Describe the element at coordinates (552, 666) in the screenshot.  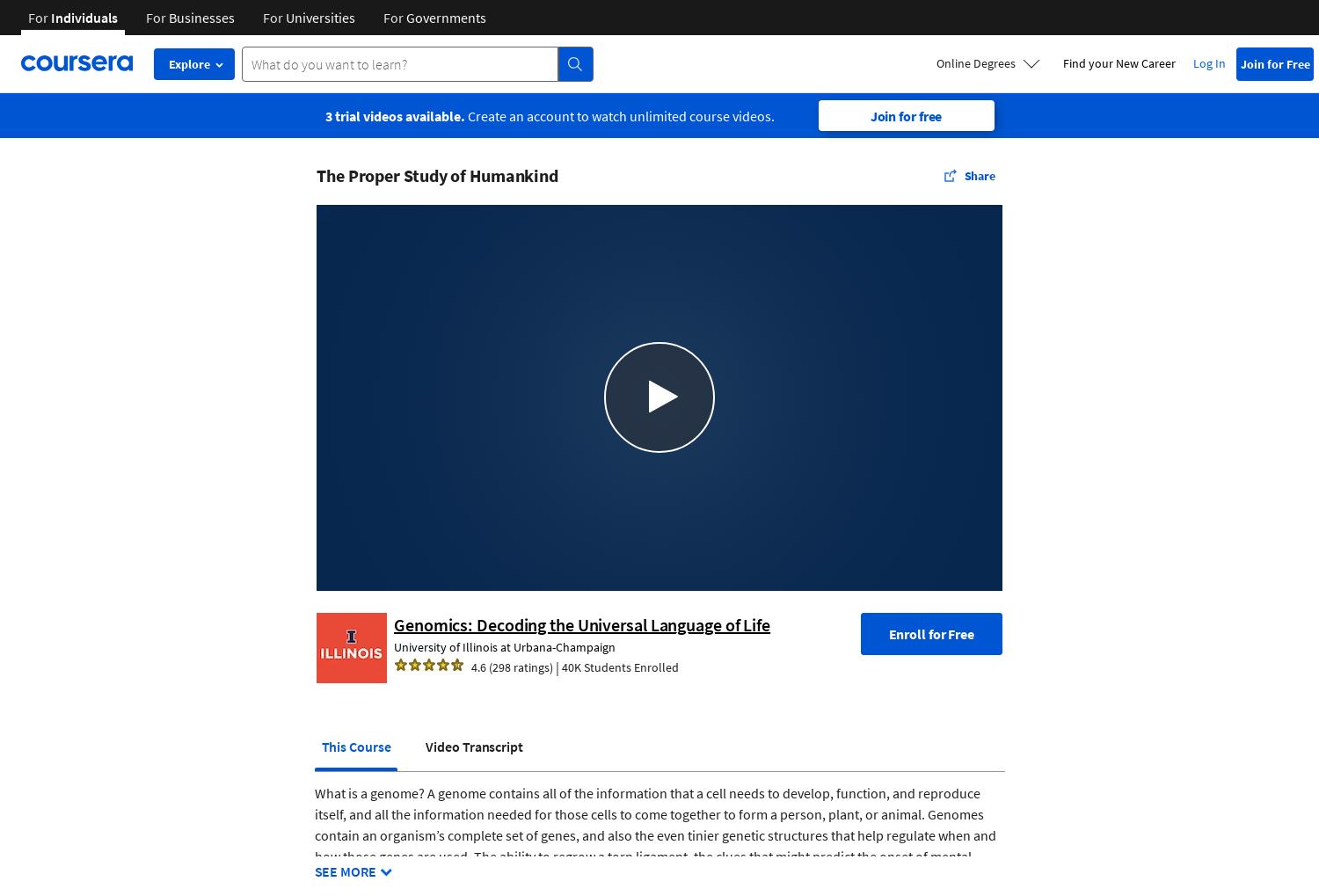
I see `'|'` at that location.